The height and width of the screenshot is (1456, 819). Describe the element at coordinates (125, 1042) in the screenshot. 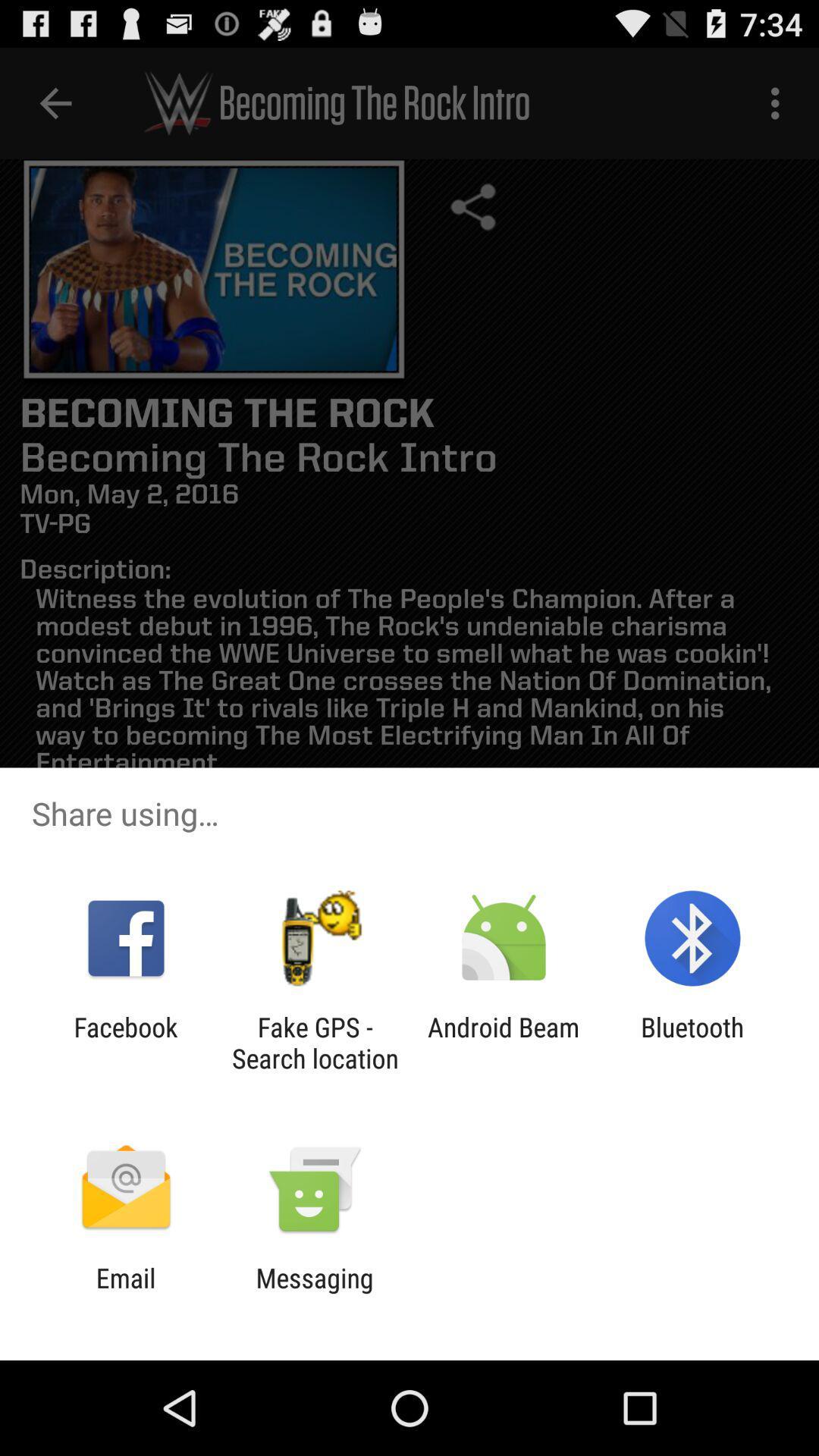

I see `the facebook item` at that location.